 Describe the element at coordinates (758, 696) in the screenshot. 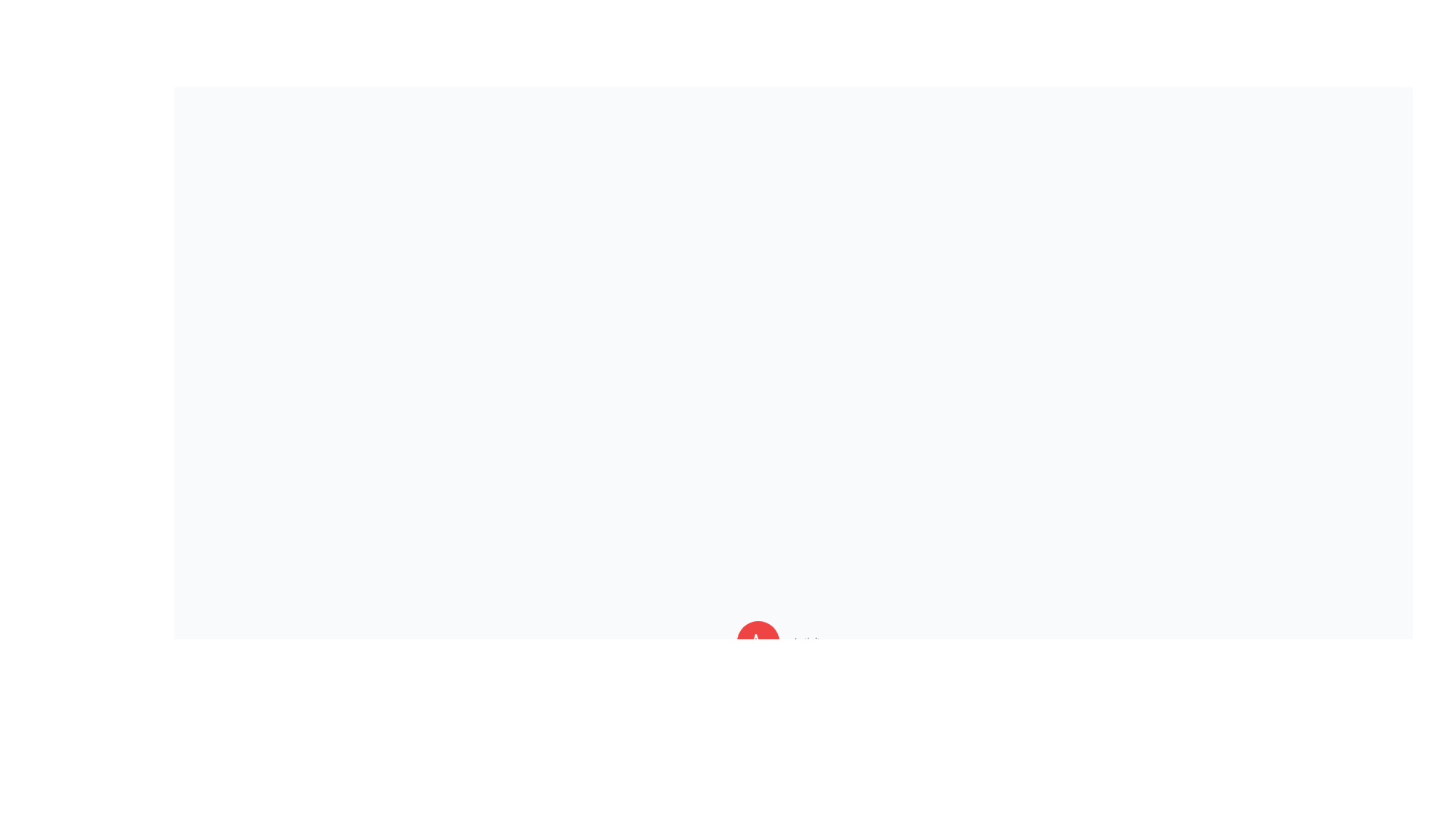

I see `the button corresponding to Notifications to observe its tooltip or label` at that location.